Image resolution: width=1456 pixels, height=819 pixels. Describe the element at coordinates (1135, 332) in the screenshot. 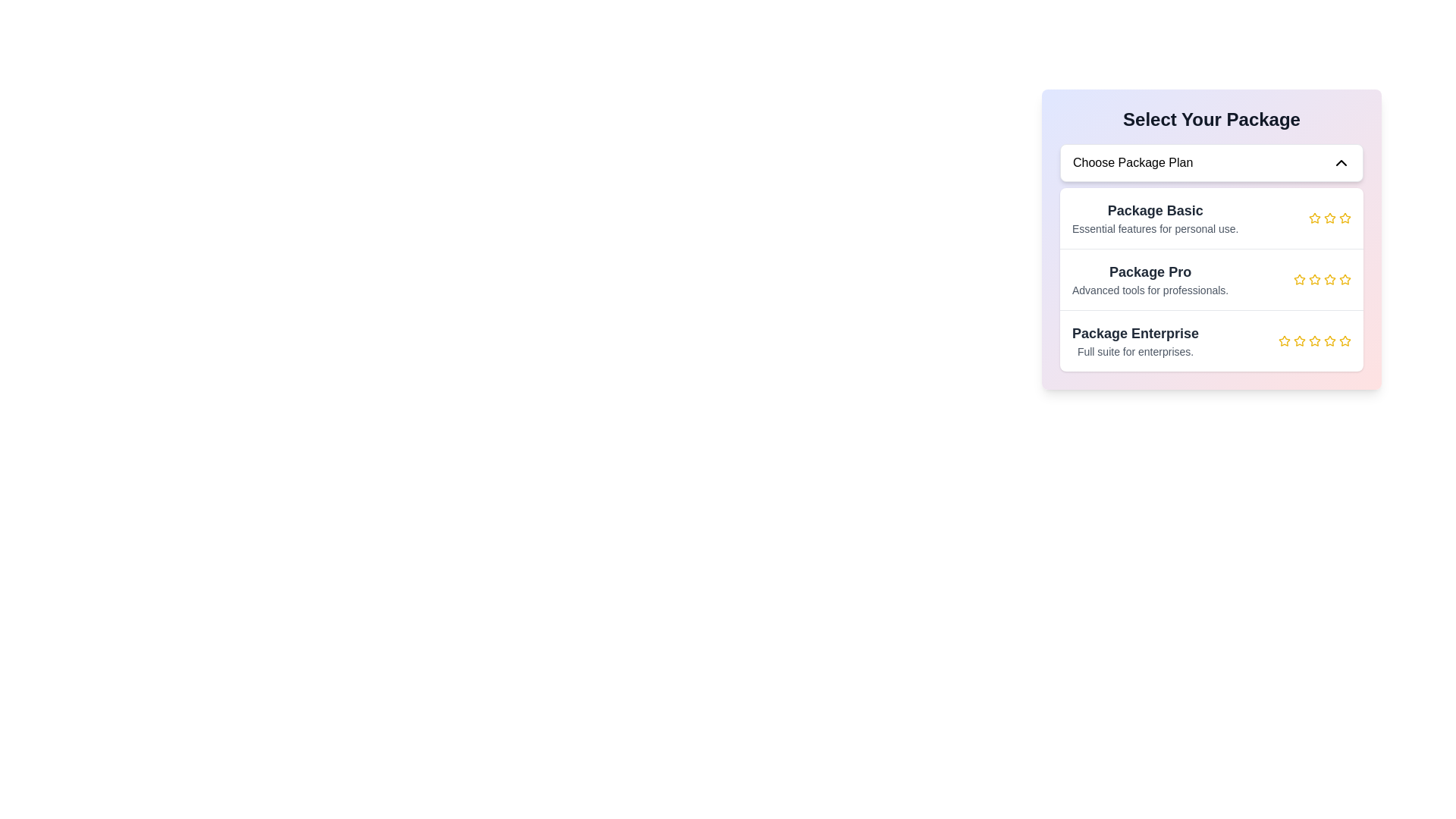

I see `the text label that serves as the title for the third package option in the list, located between 'Package Pro.' and 'Full suite for enterprises.' under the 'Select Your Package' header` at that location.